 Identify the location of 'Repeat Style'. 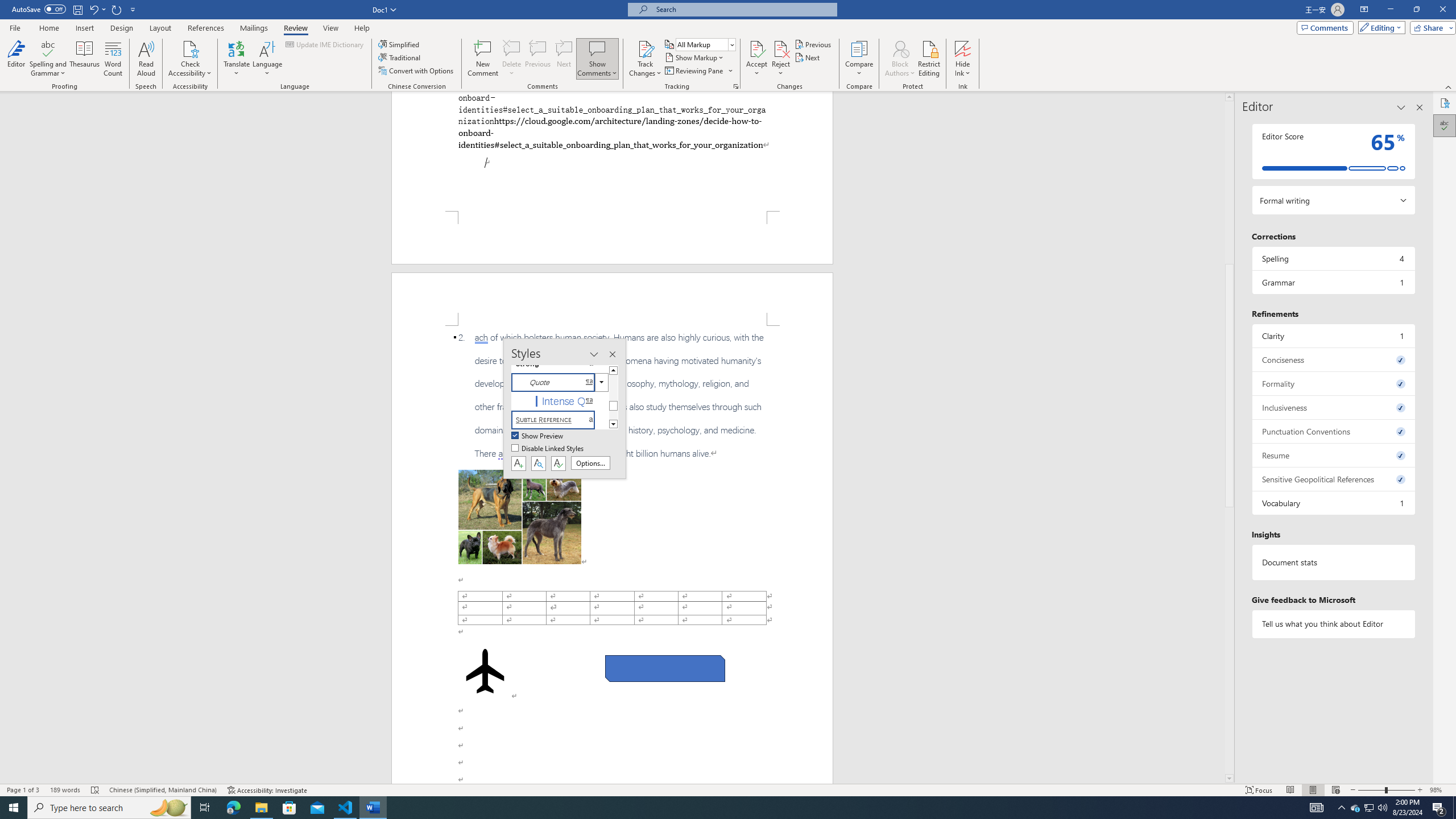
(117, 9).